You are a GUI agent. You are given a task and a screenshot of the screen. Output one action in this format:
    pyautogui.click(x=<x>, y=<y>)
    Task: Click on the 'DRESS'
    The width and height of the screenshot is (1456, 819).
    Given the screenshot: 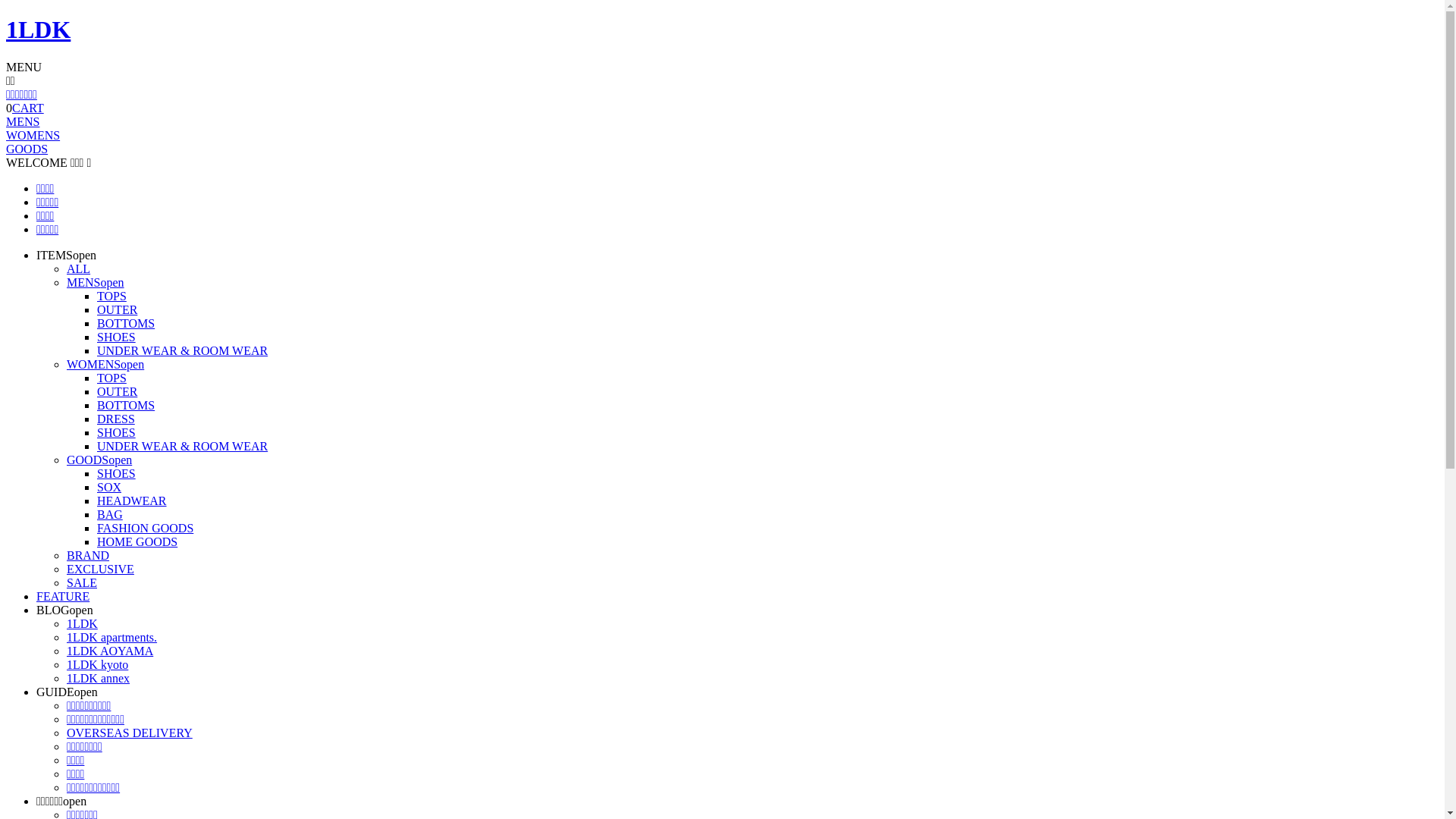 What is the action you would take?
    pyautogui.click(x=115, y=419)
    